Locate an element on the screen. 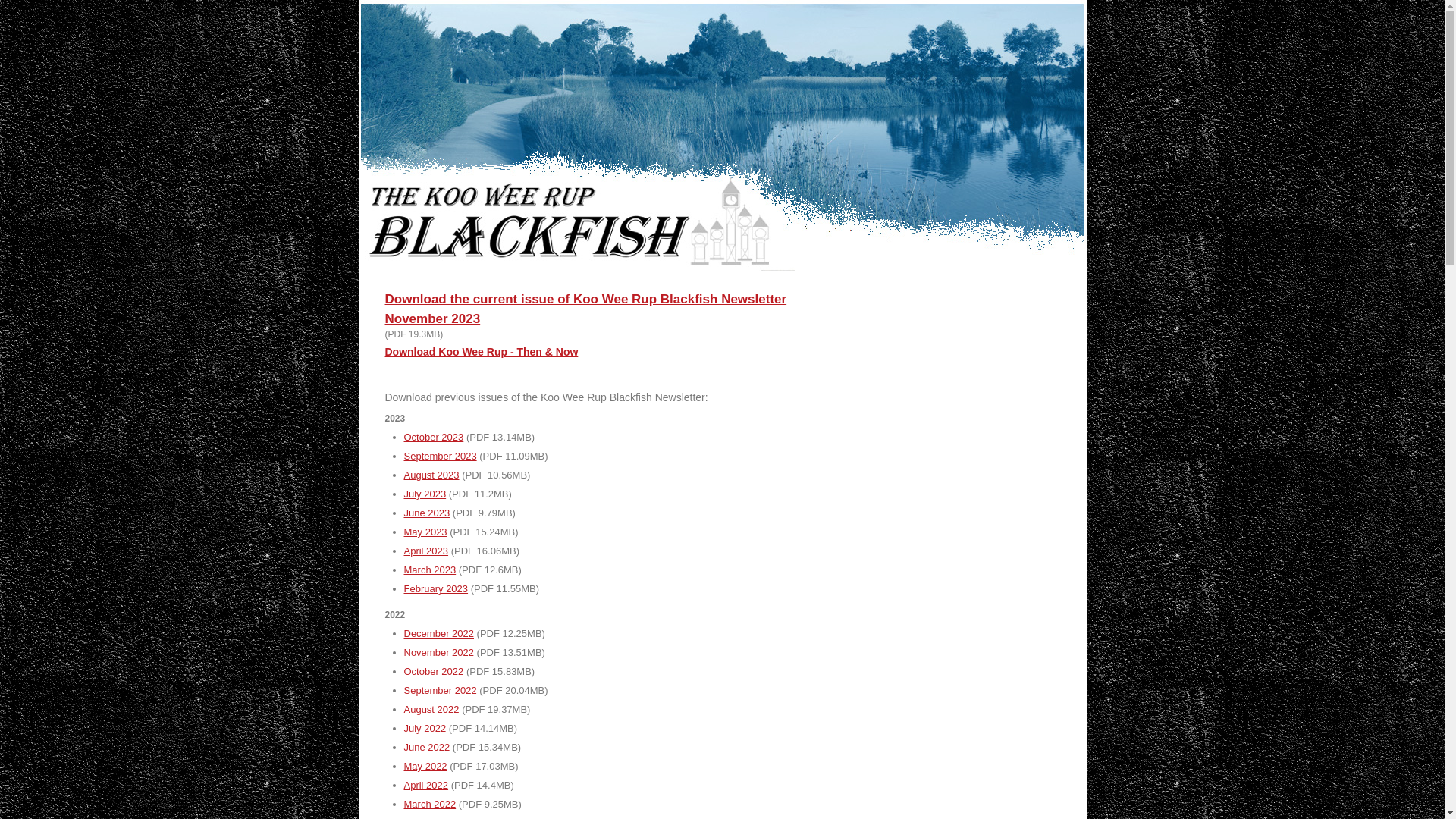  'August 2023' is located at coordinates (430, 474).